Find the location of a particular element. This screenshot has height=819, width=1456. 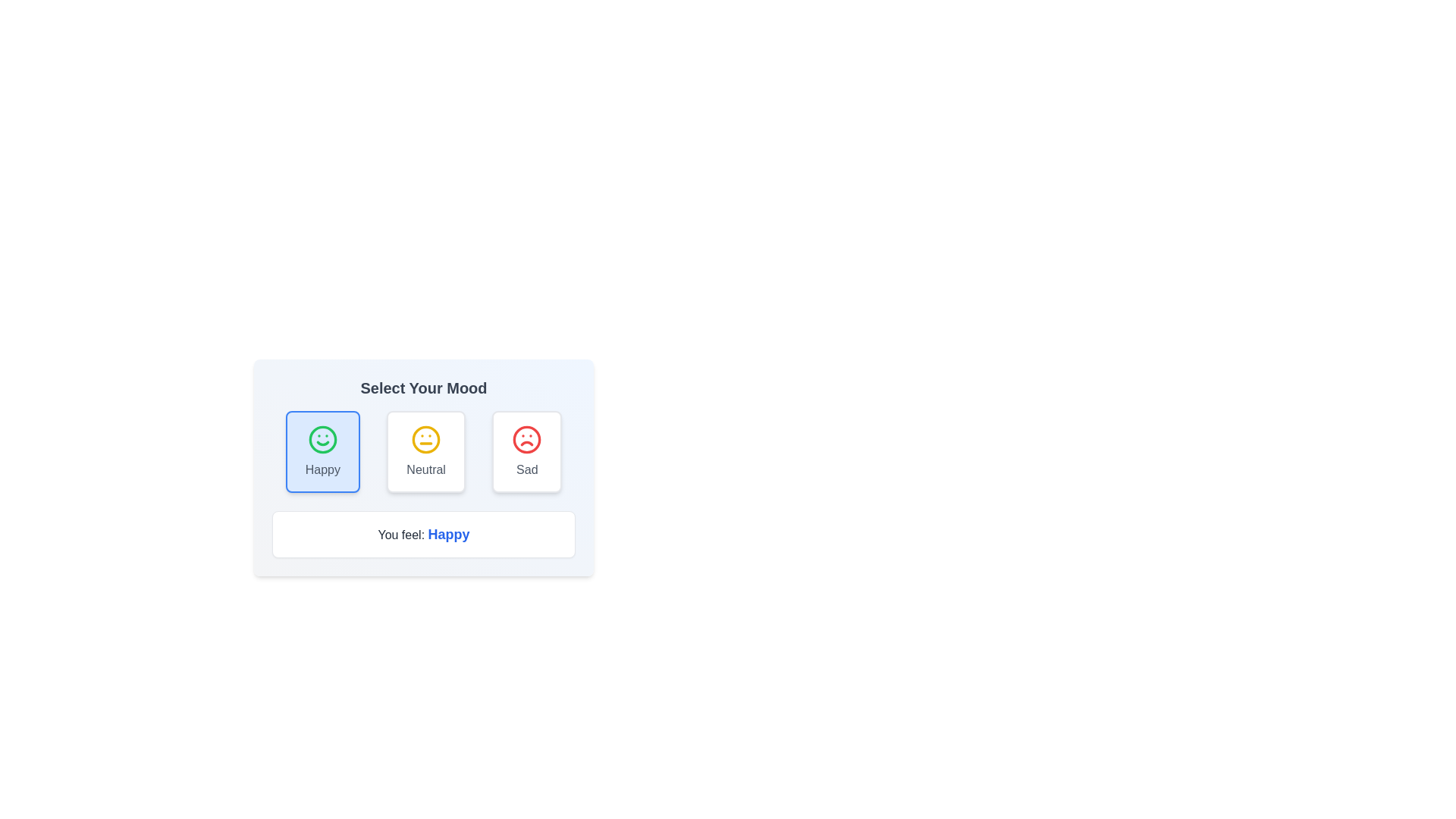

the yellow circular icon with a neutral face expression, which is the main icon within the 'Neutral' mood option, located centrally above the word 'Neutral' is located at coordinates (425, 439).